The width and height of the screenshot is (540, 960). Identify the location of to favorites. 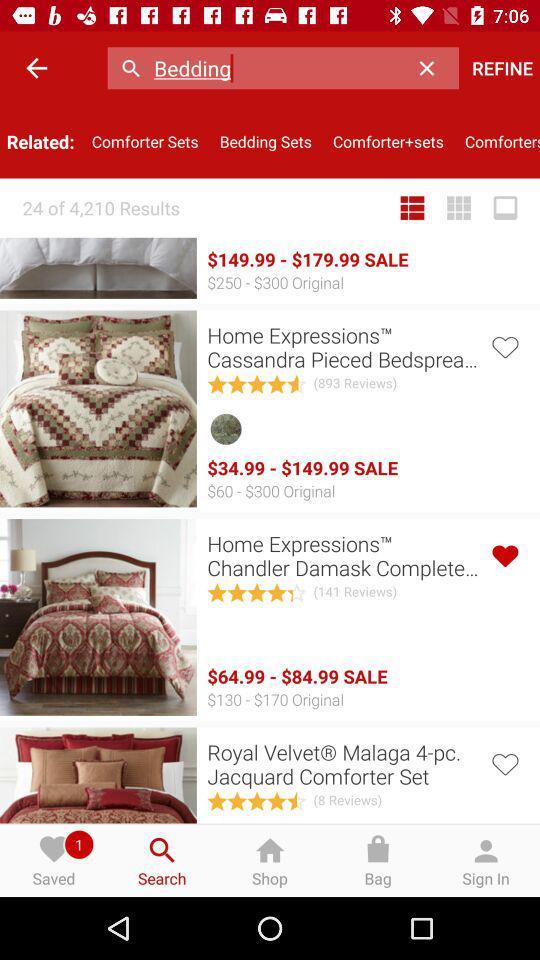
(503, 345).